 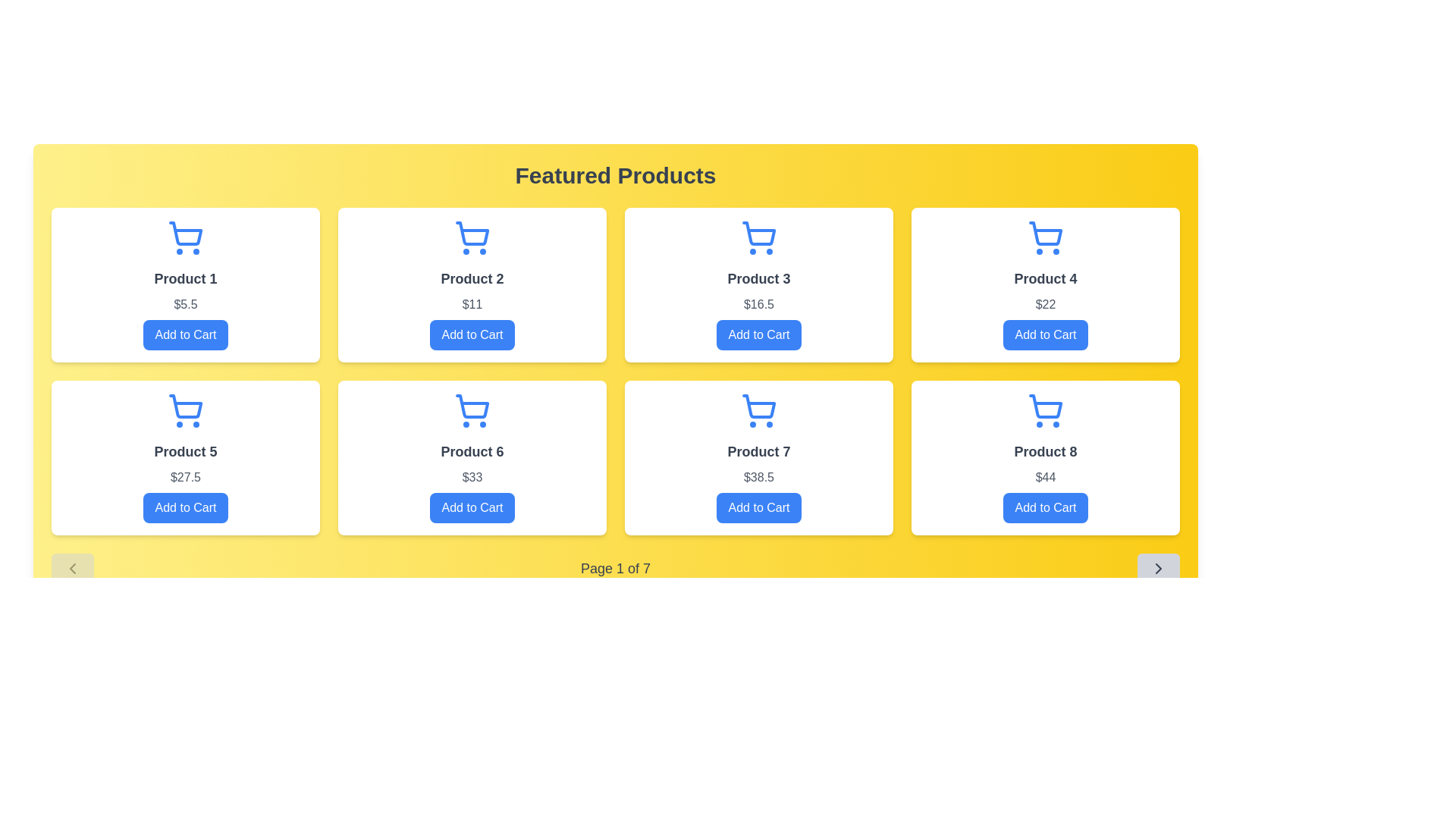 What do you see at coordinates (1044, 304) in the screenshot?
I see `the price text label displaying '$22', which is located in the product card for 'Product 4', centered below the title and above the 'Add to Cart' button` at bounding box center [1044, 304].